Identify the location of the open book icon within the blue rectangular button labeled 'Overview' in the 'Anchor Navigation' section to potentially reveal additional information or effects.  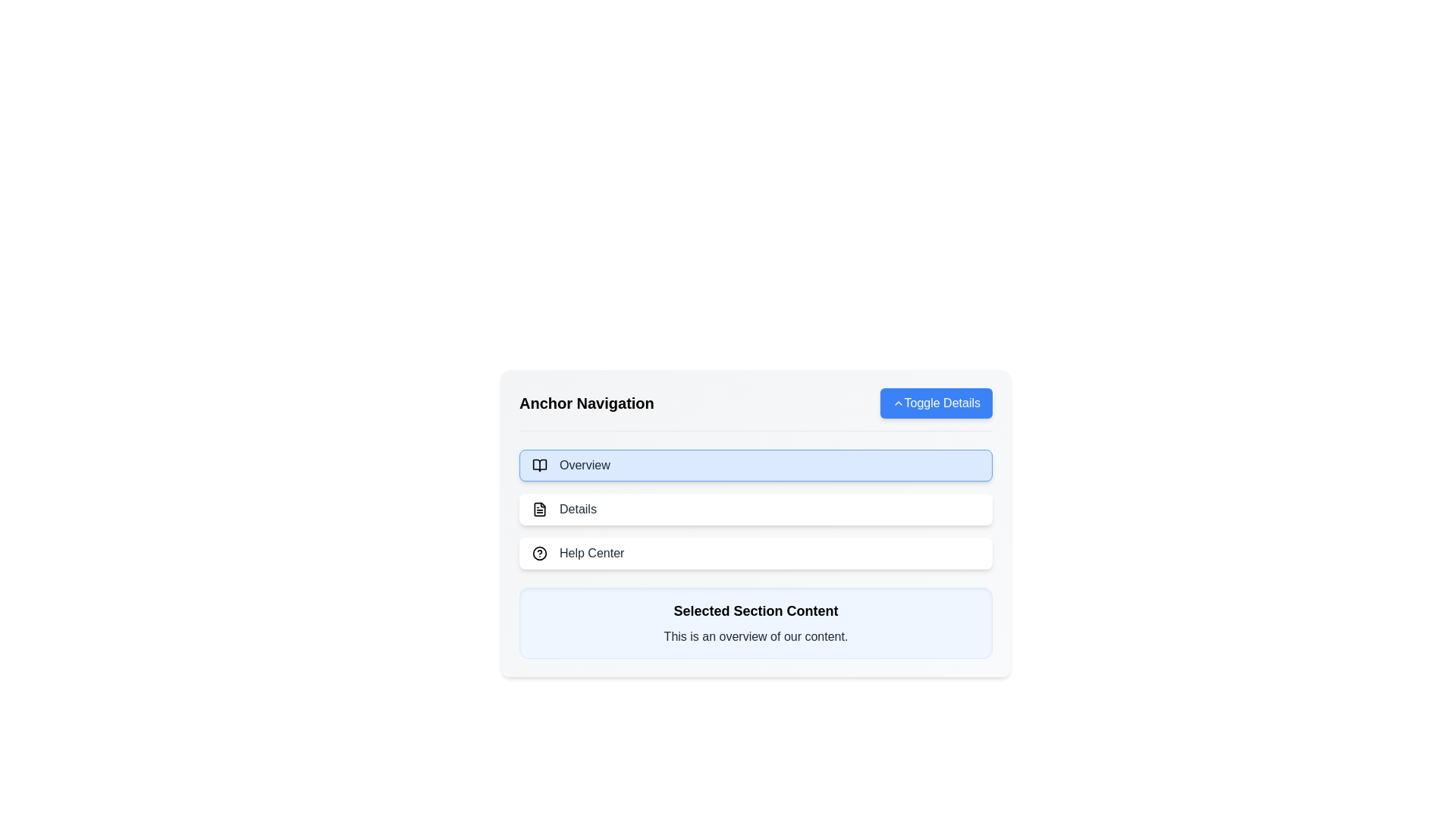
(539, 464).